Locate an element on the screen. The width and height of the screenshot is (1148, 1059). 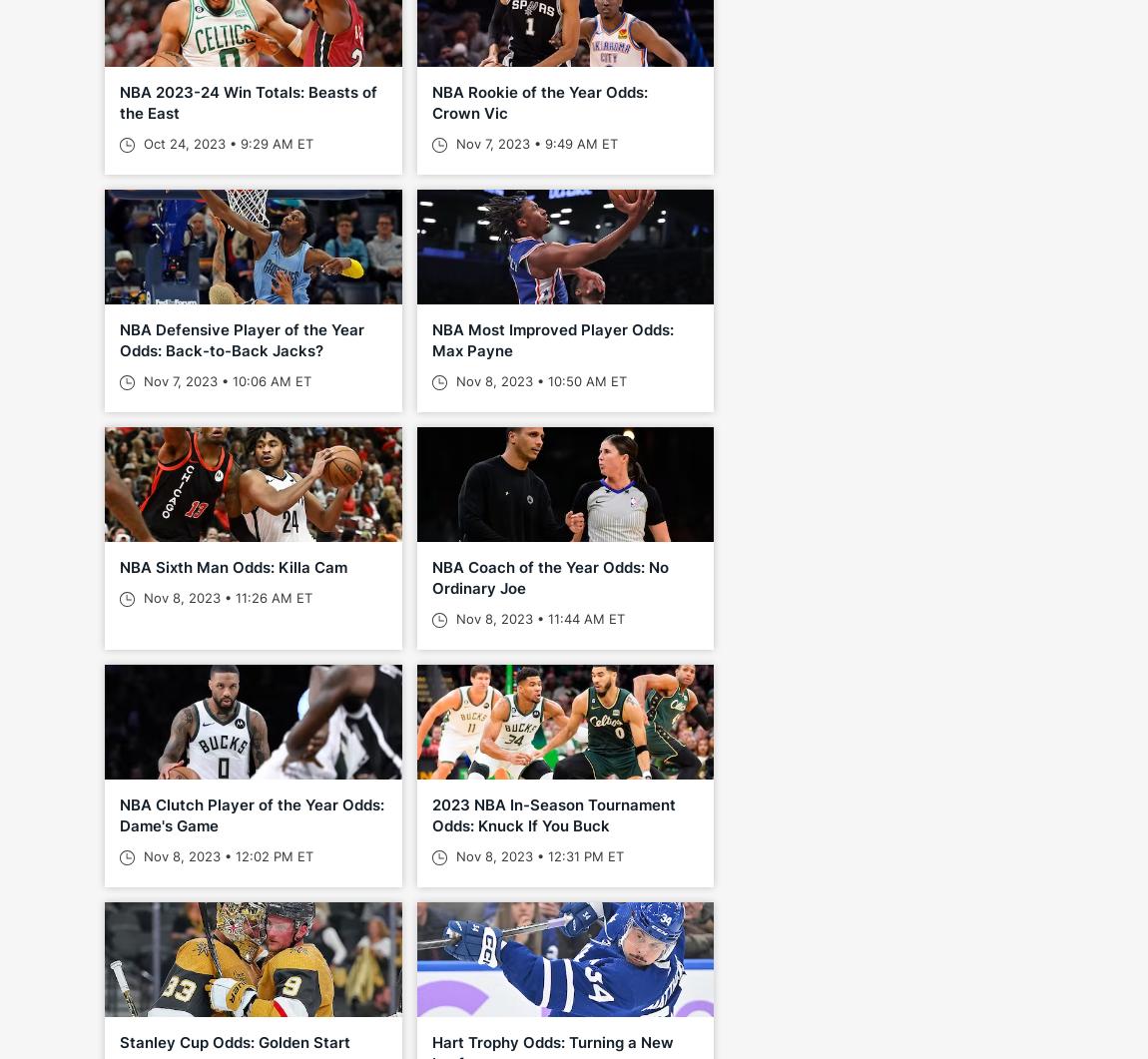
'NBA Sixth Man Odds: Killa Cam' is located at coordinates (118, 566).